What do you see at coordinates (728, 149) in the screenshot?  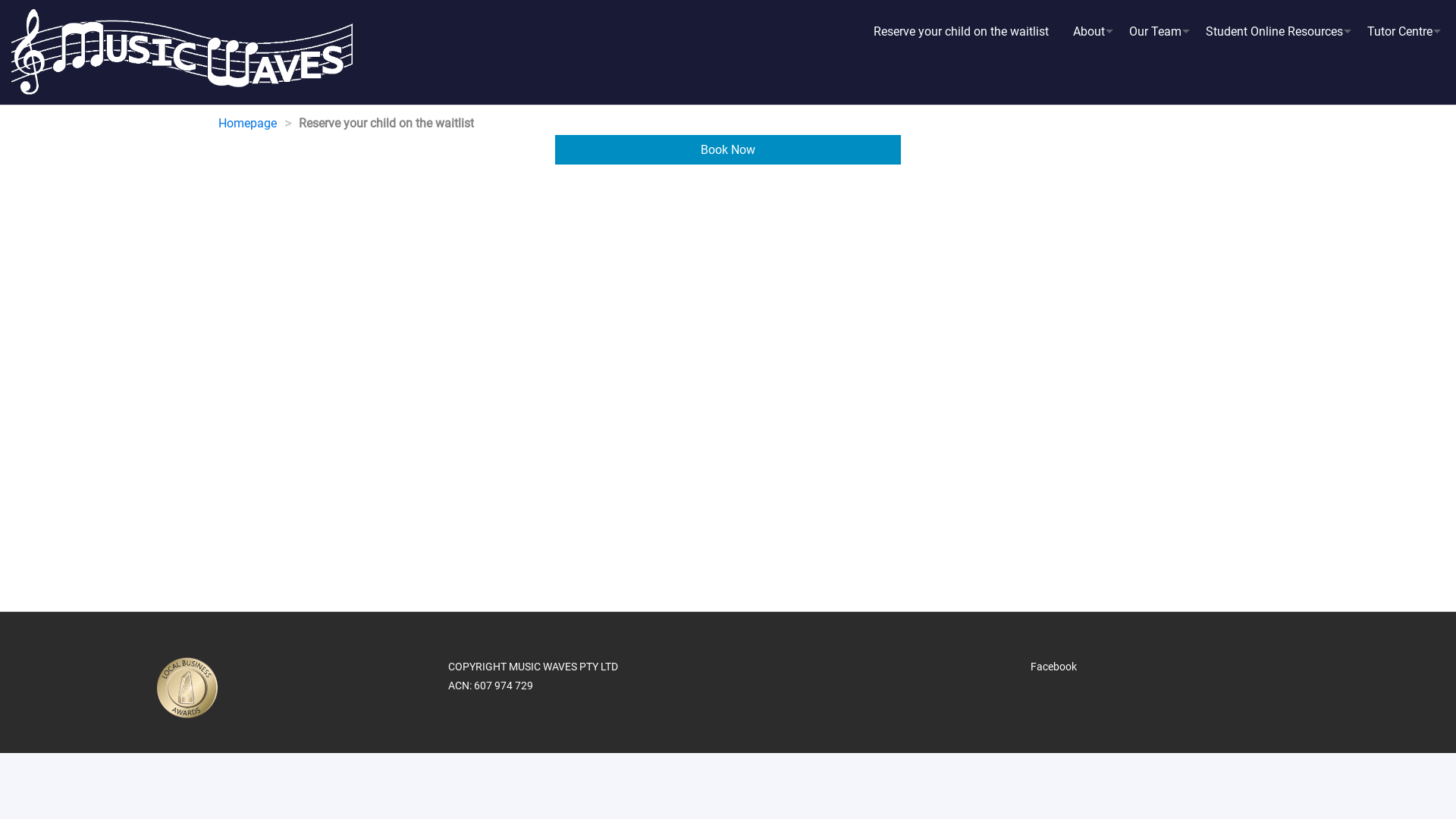 I see `'Book Now'` at bounding box center [728, 149].